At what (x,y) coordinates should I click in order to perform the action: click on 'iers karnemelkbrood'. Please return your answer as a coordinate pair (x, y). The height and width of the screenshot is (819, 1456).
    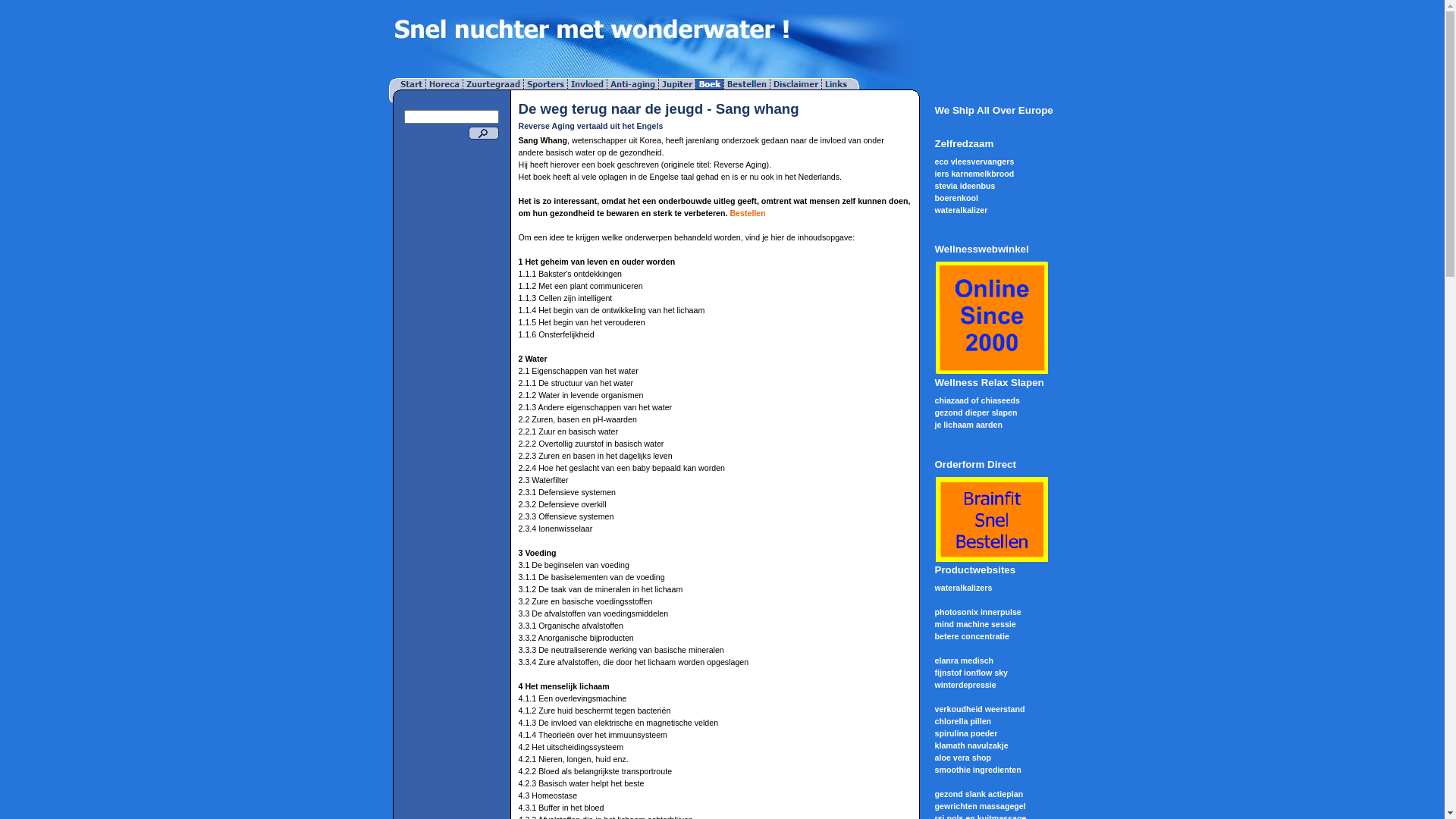
    Looking at the image, I should click on (974, 172).